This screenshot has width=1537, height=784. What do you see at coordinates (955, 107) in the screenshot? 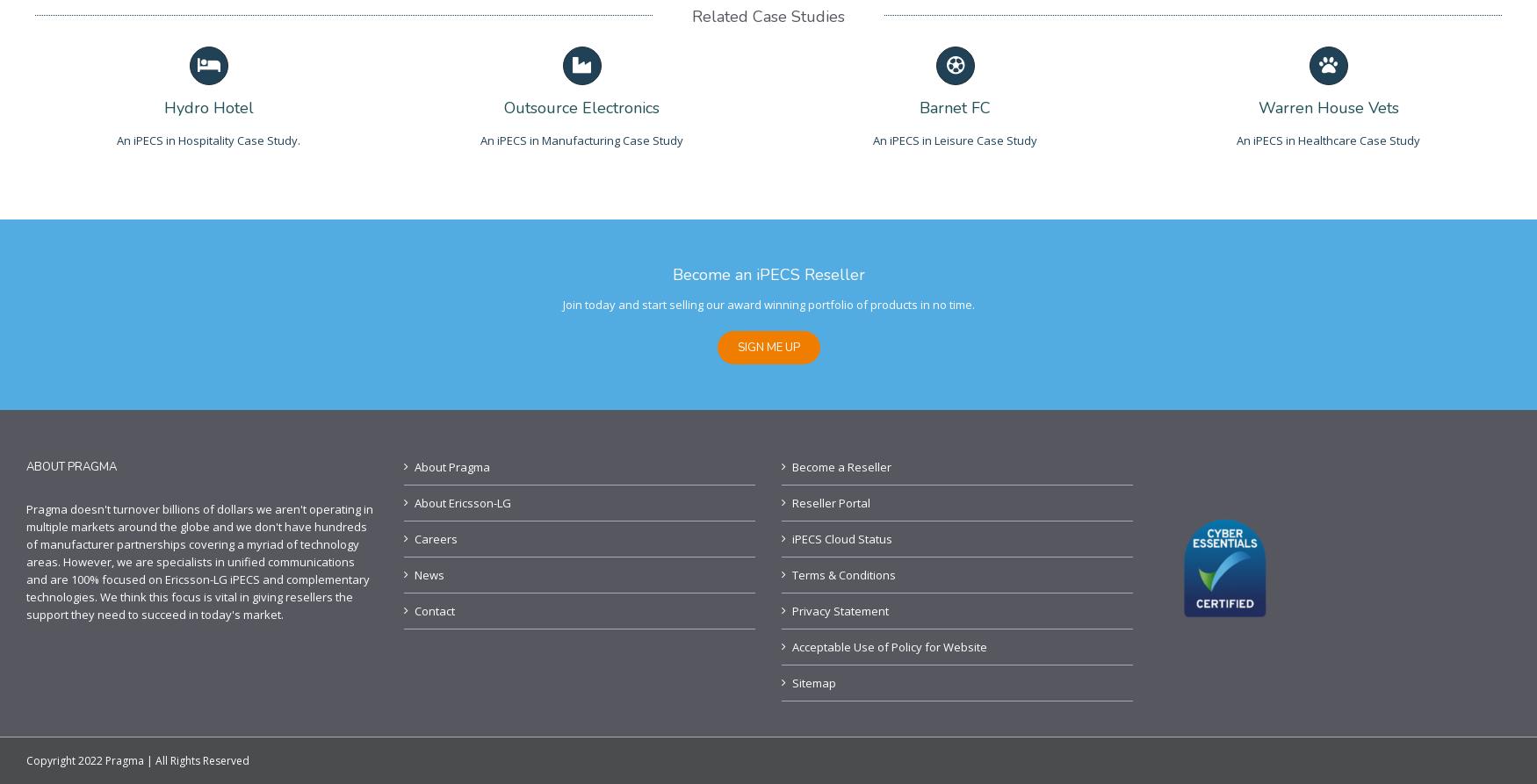
I see `'Barnet FC'` at bounding box center [955, 107].